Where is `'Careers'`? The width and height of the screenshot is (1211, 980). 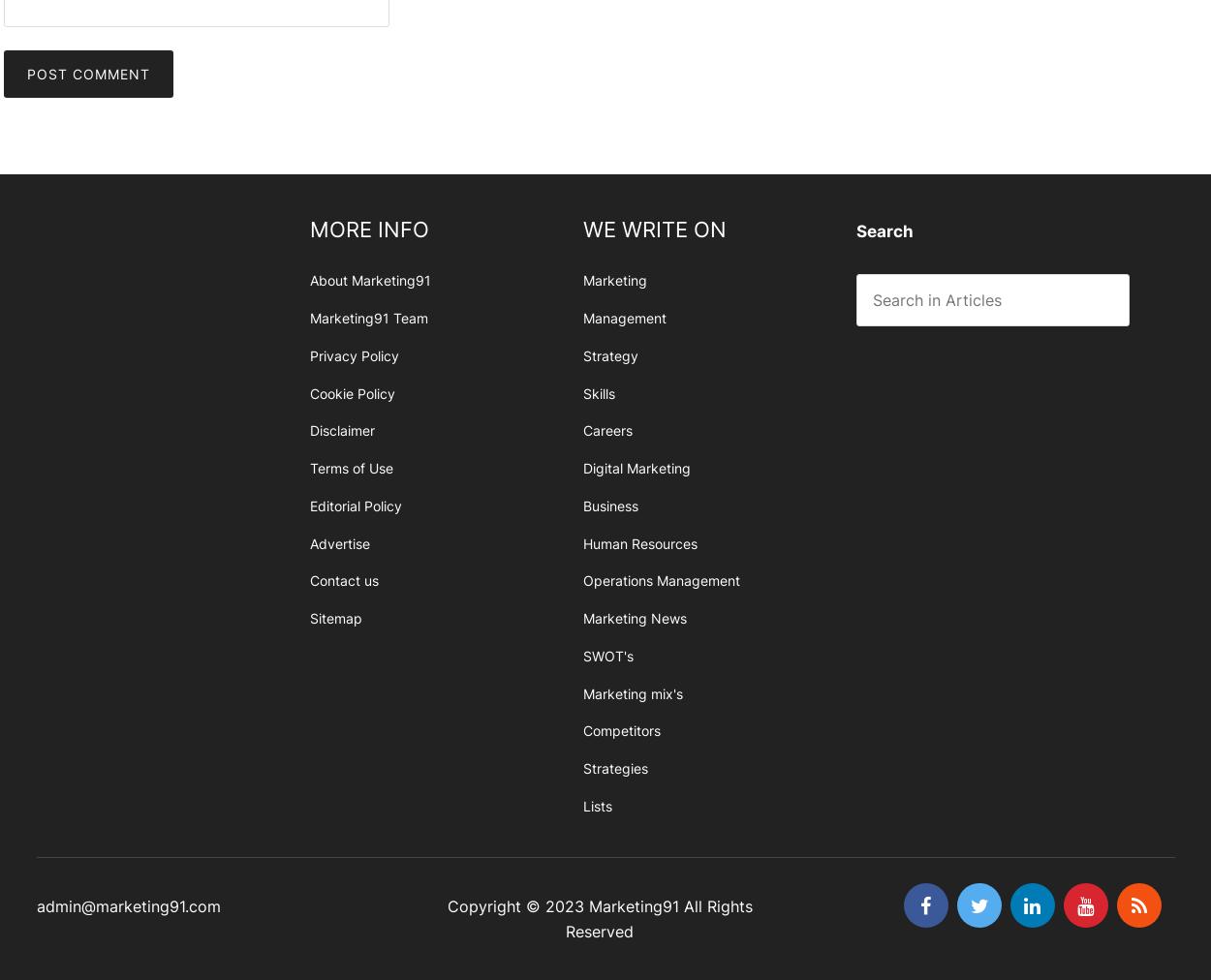
'Careers' is located at coordinates (606, 430).